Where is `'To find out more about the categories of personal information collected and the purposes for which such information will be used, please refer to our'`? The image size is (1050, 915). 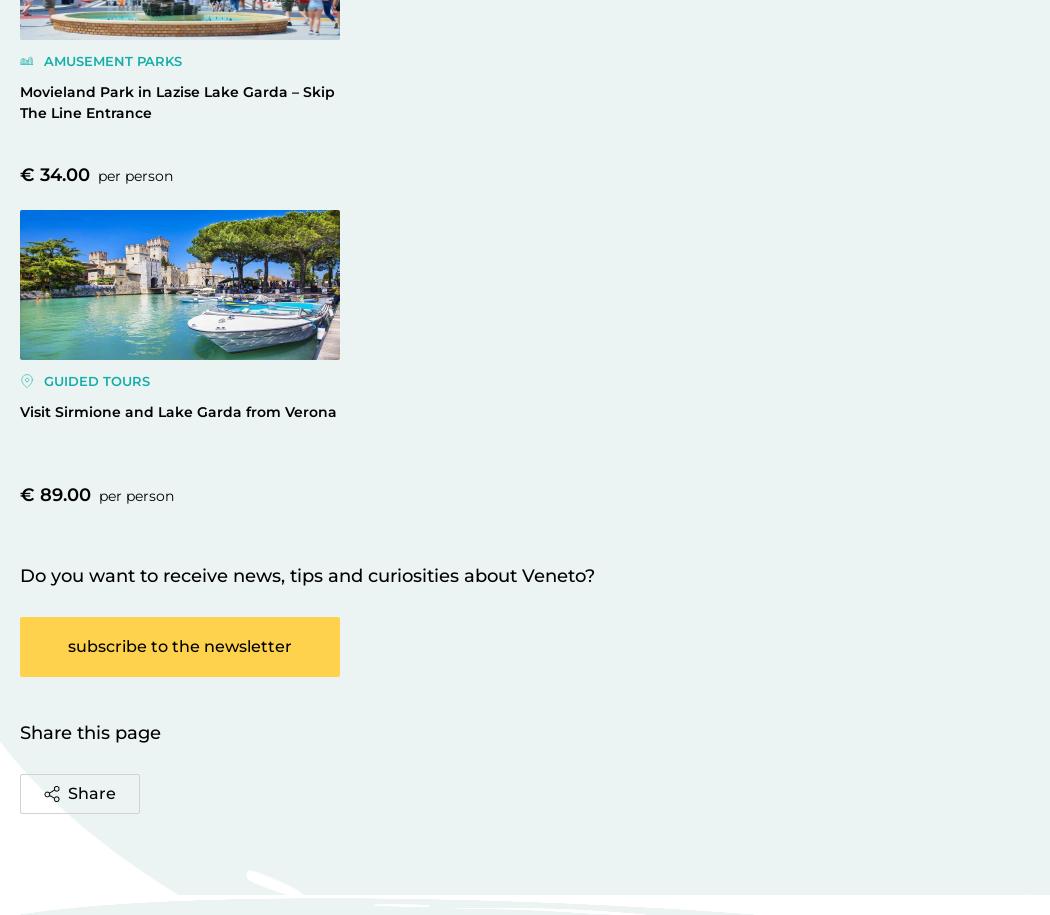
'To find out more about the categories of personal information collected and the purposes for which such information will be used, please refer to our' is located at coordinates (516, 27).